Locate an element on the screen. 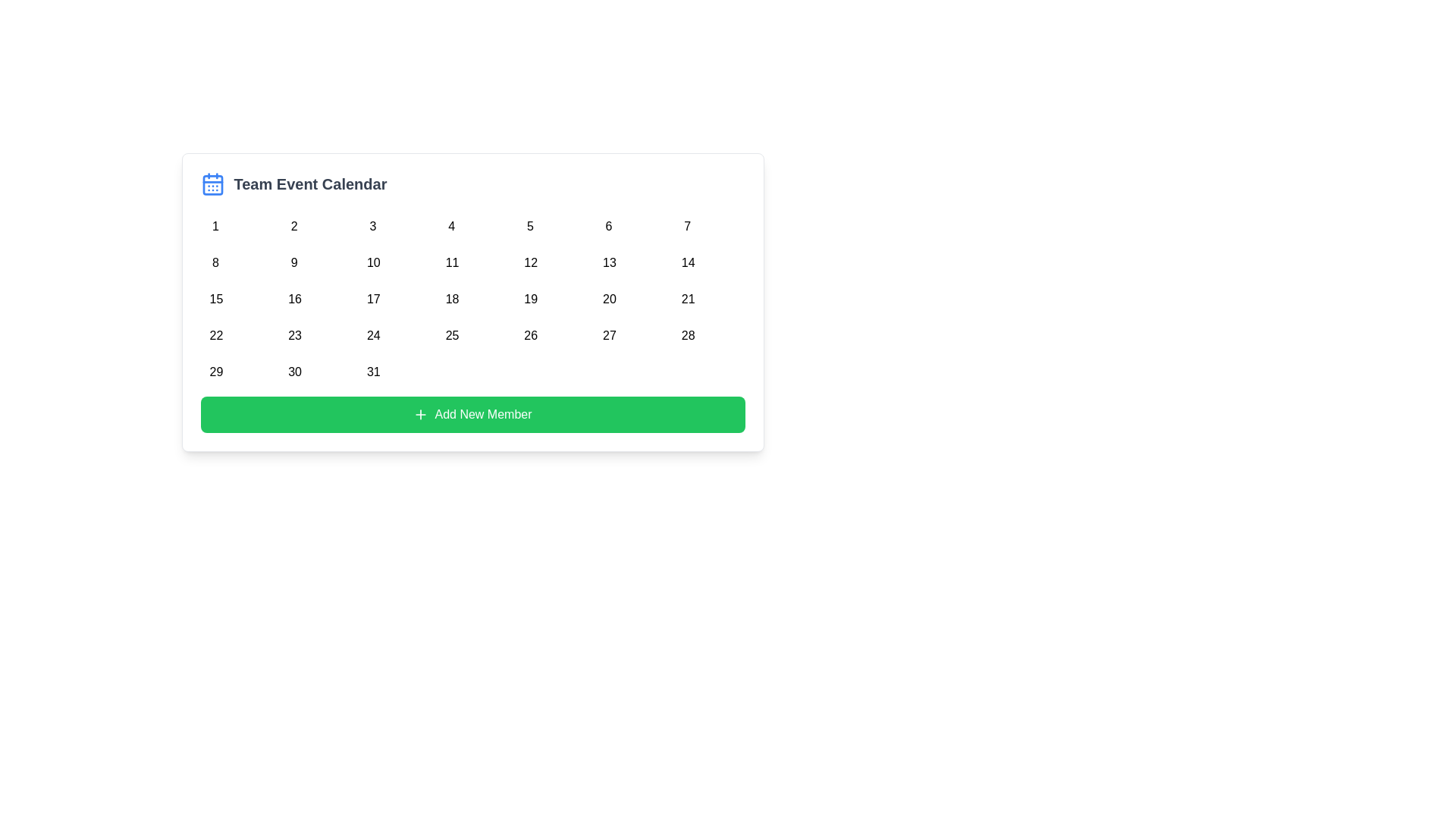  the button located in the first row and fifth column of the grid within the 'Team Event Calendar' is located at coordinates (530, 223).